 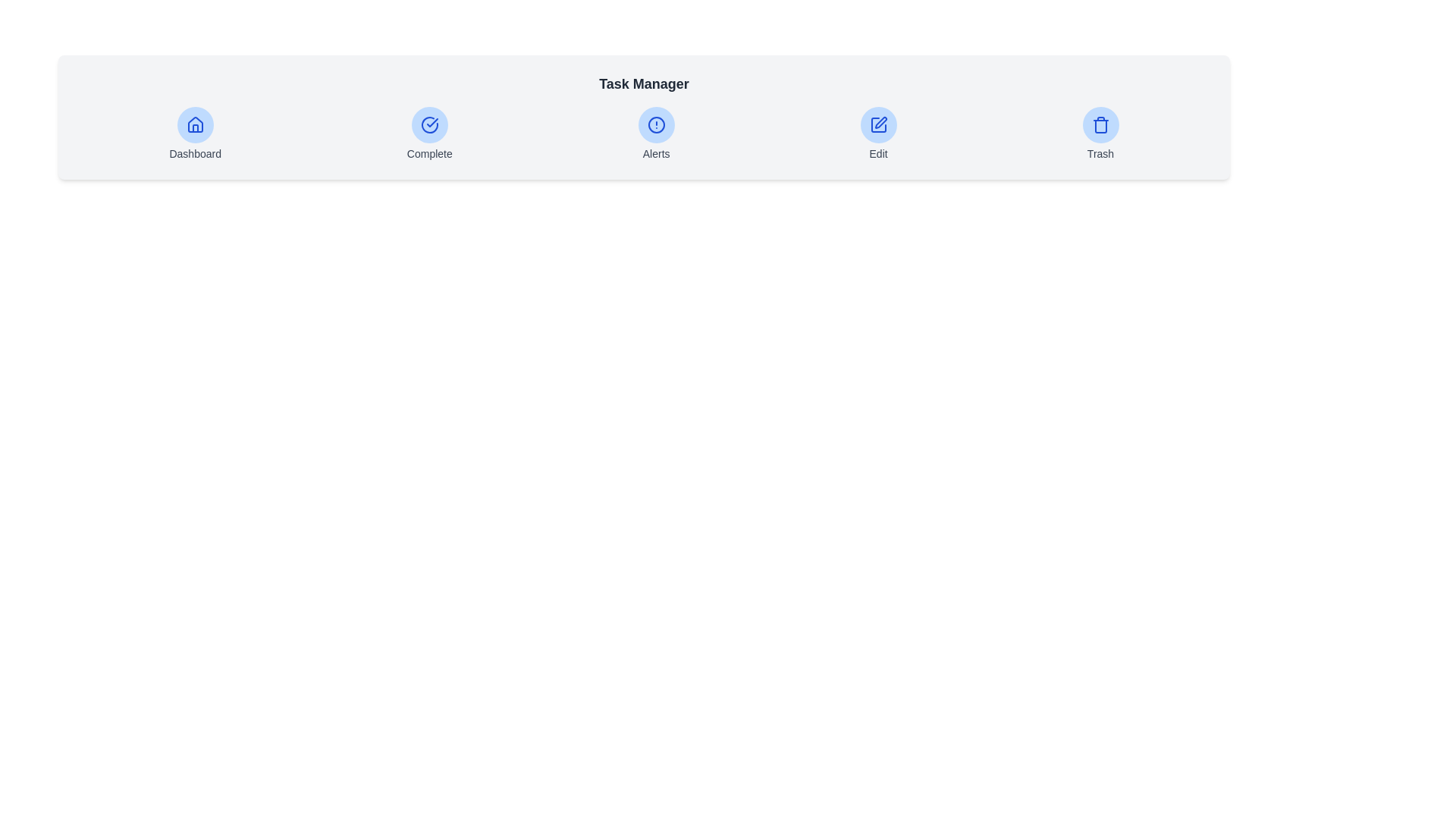 What do you see at coordinates (1100, 124) in the screenshot?
I see `the delete icon located in the top-right corner of the interface, specifically within the 'Trash' button` at bounding box center [1100, 124].